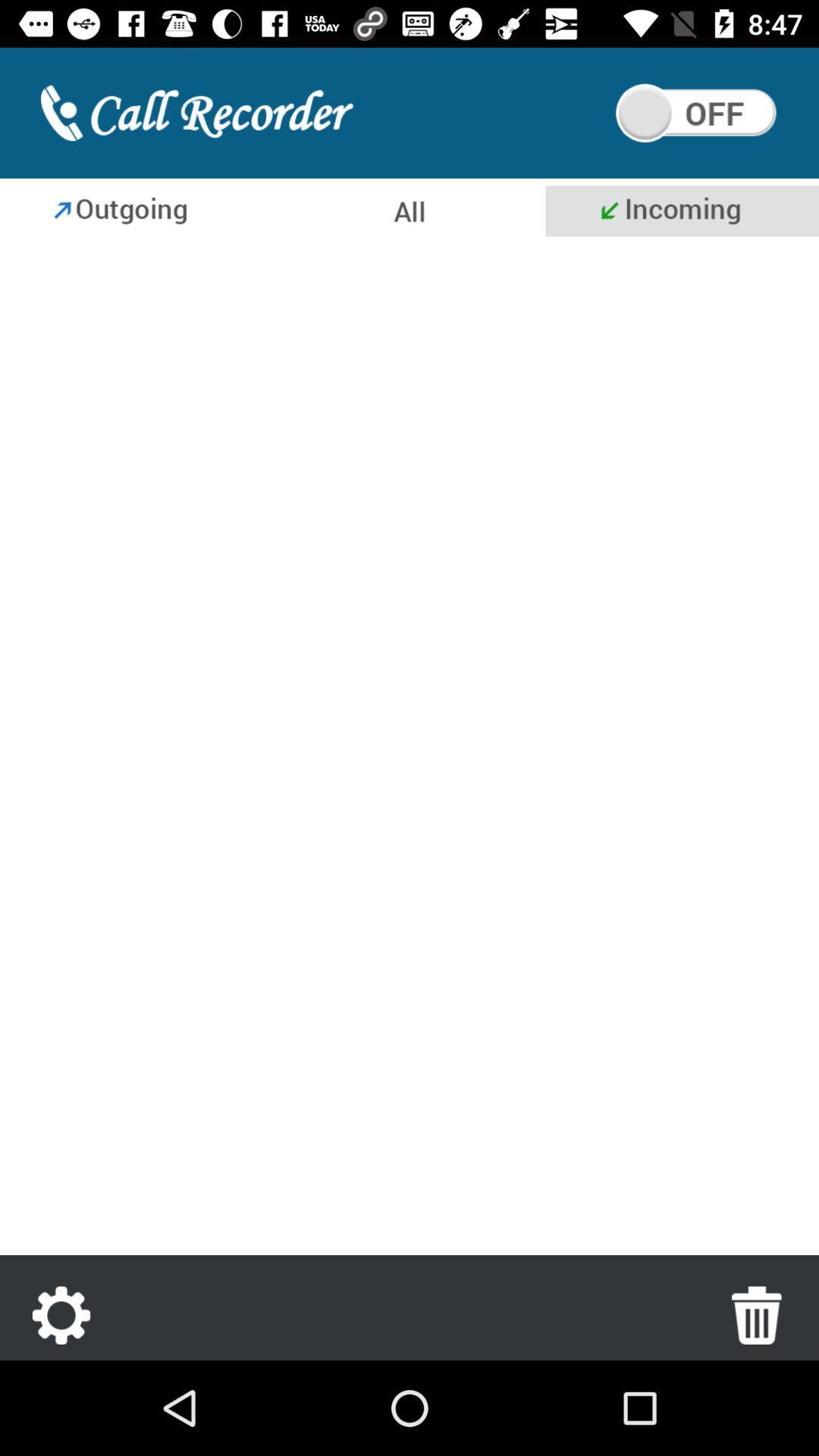 This screenshot has width=819, height=1456. What do you see at coordinates (681, 210) in the screenshot?
I see `incoming buttton` at bounding box center [681, 210].